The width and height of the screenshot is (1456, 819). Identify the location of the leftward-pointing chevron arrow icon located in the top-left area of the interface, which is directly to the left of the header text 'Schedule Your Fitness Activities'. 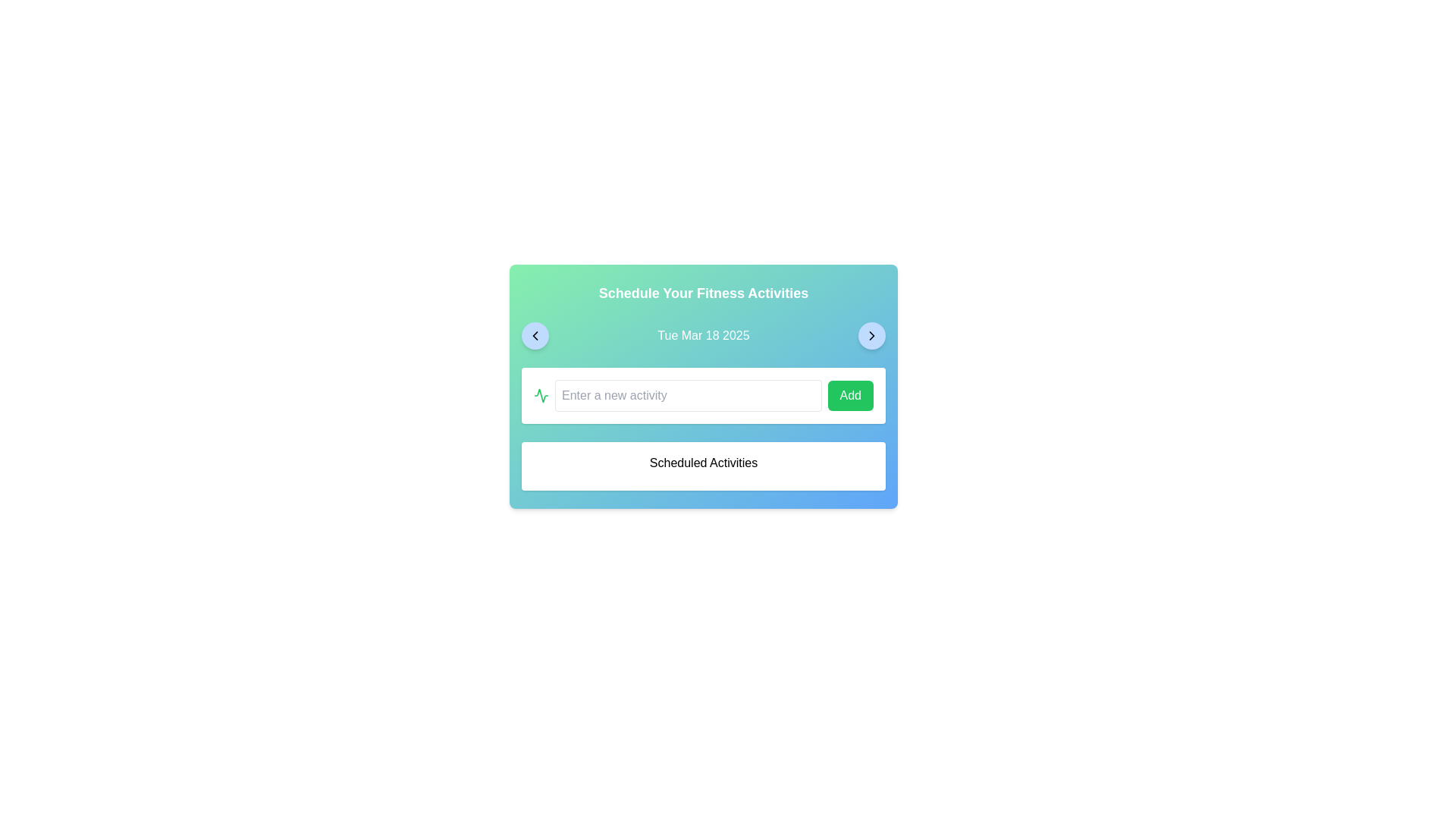
(535, 335).